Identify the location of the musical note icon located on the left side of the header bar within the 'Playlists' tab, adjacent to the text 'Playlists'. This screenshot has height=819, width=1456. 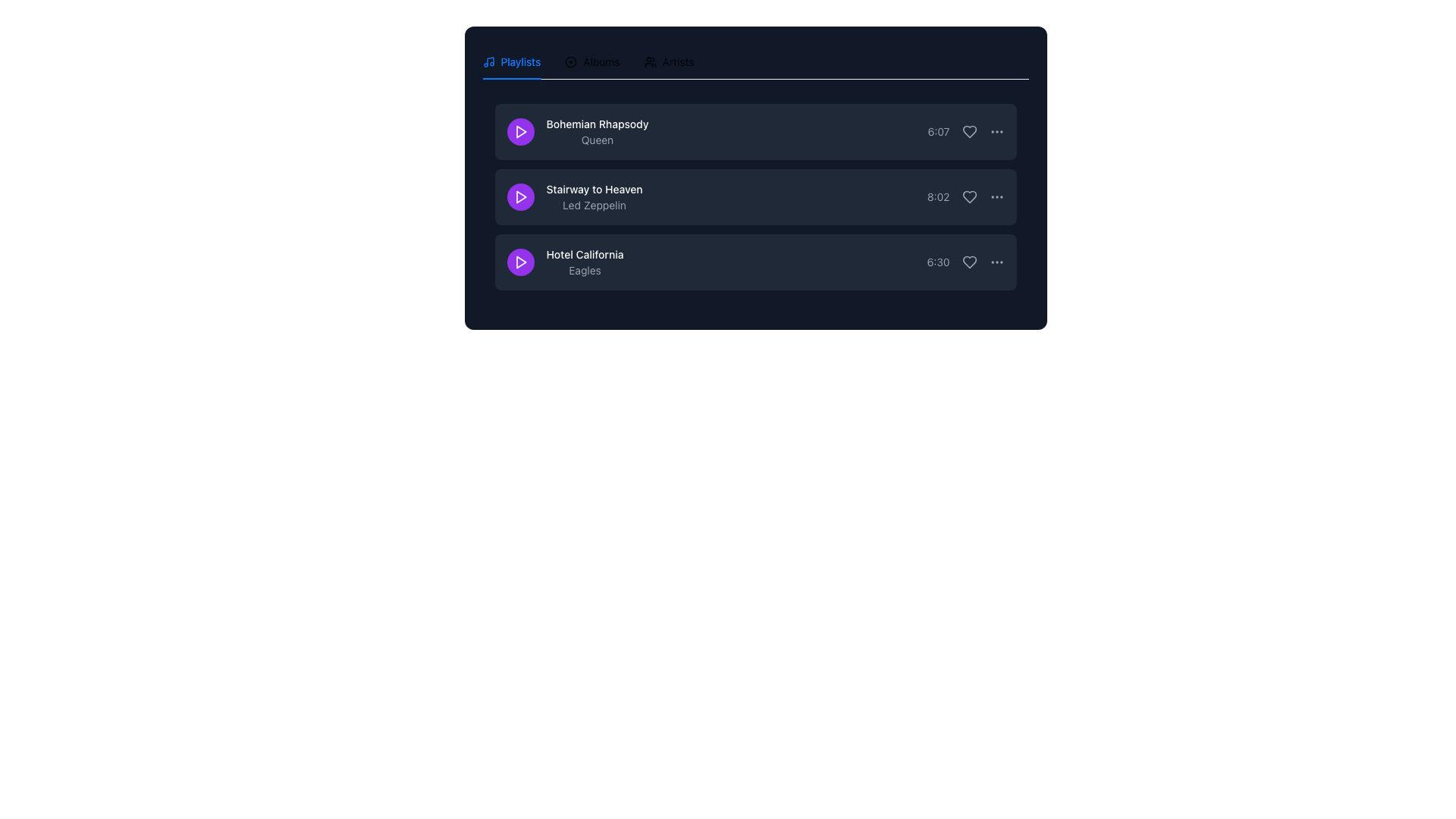
(488, 61).